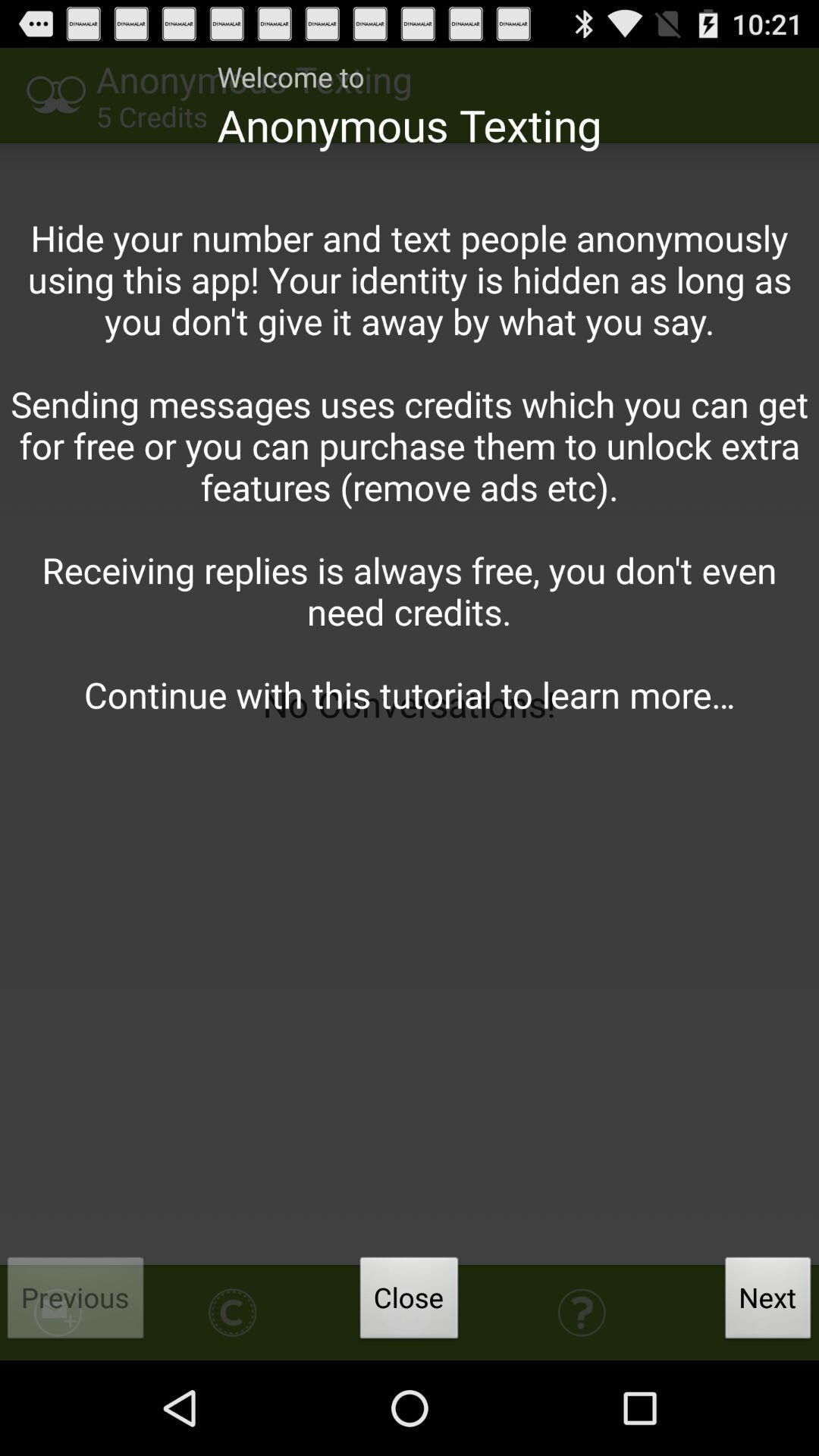  What do you see at coordinates (76, 1301) in the screenshot?
I see `icon below hide your number app` at bounding box center [76, 1301].